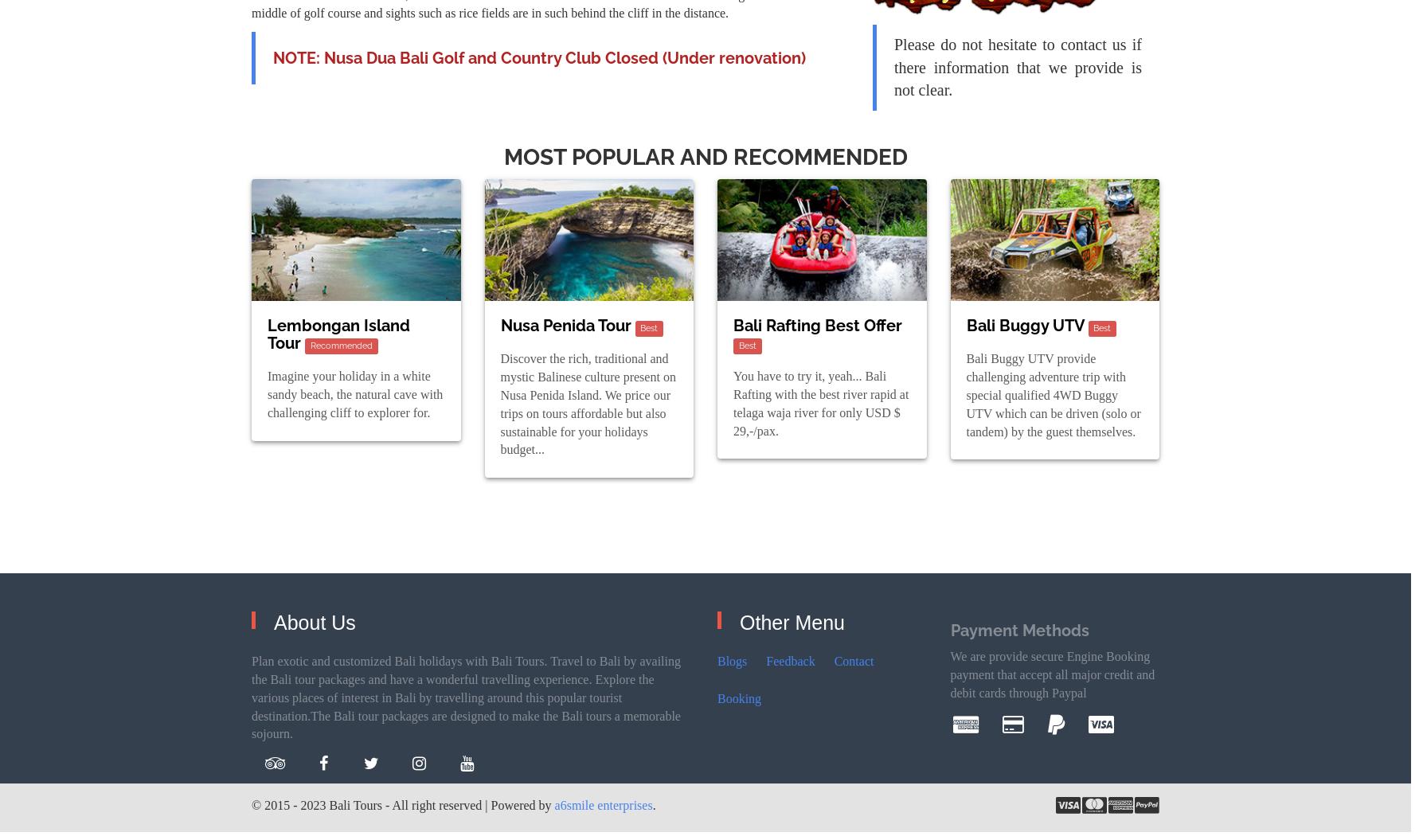 Image resolution: width=1423 pixels, height=840 pixels. What do you see at coordinates (403, 804) in the screenshot?
I see `'© 2015 - 2023 Bali Tours - All right reserved | Powered by'` at bounding box center [403, 804].